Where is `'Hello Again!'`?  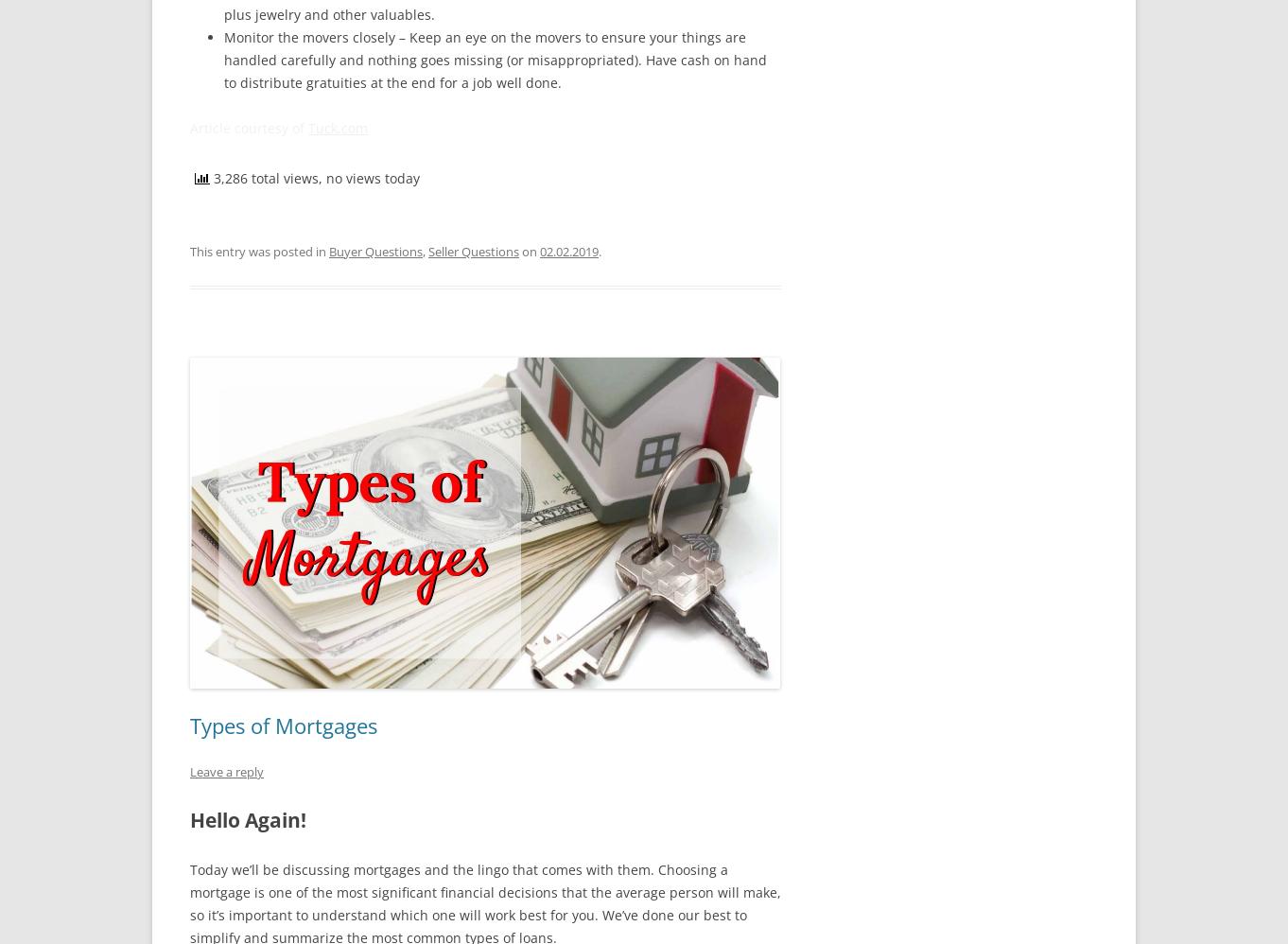
'Hello Again!' is located at coordinates (190, 818).